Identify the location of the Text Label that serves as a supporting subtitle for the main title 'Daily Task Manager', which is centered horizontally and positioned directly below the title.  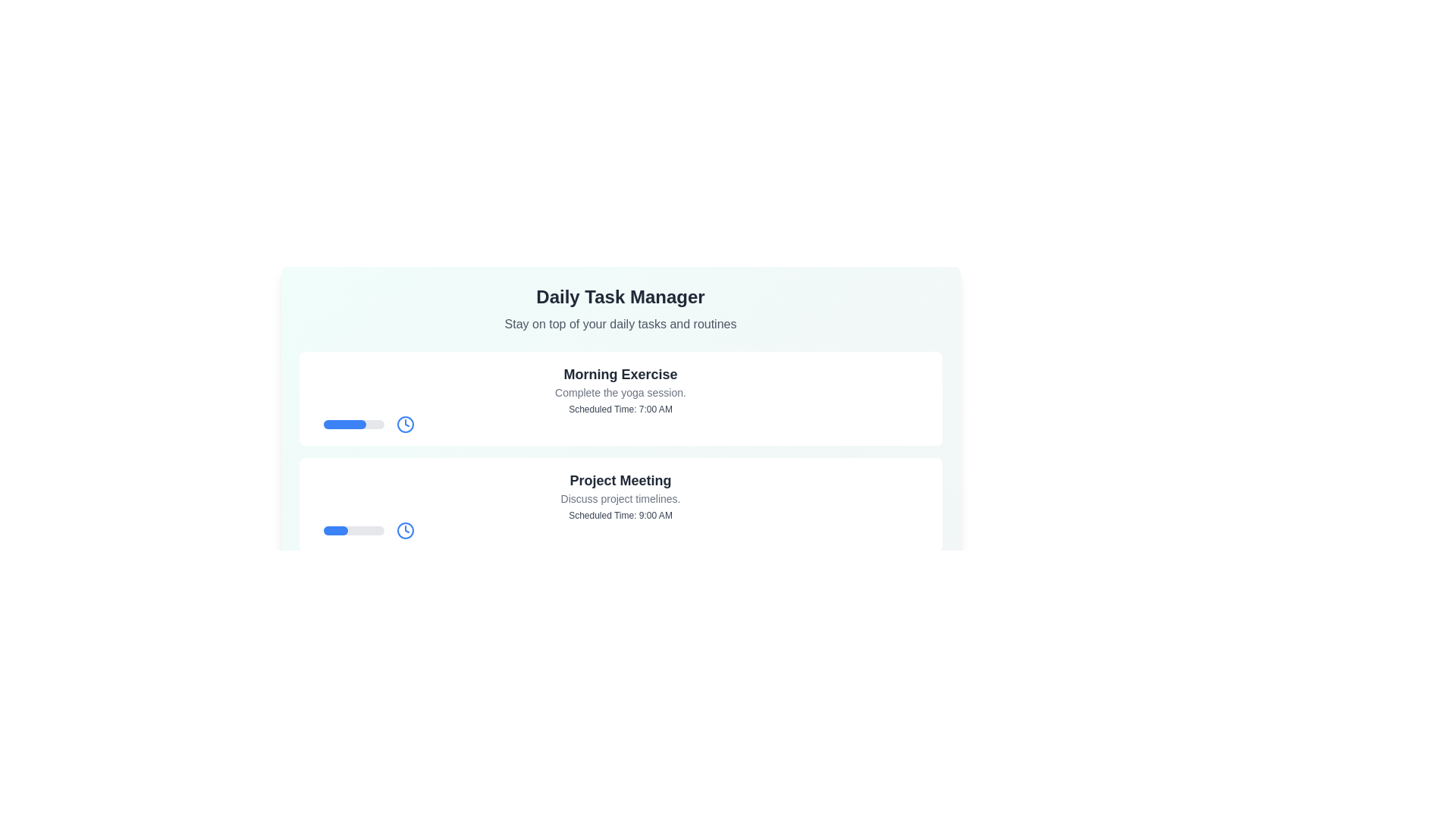
(620, 324).